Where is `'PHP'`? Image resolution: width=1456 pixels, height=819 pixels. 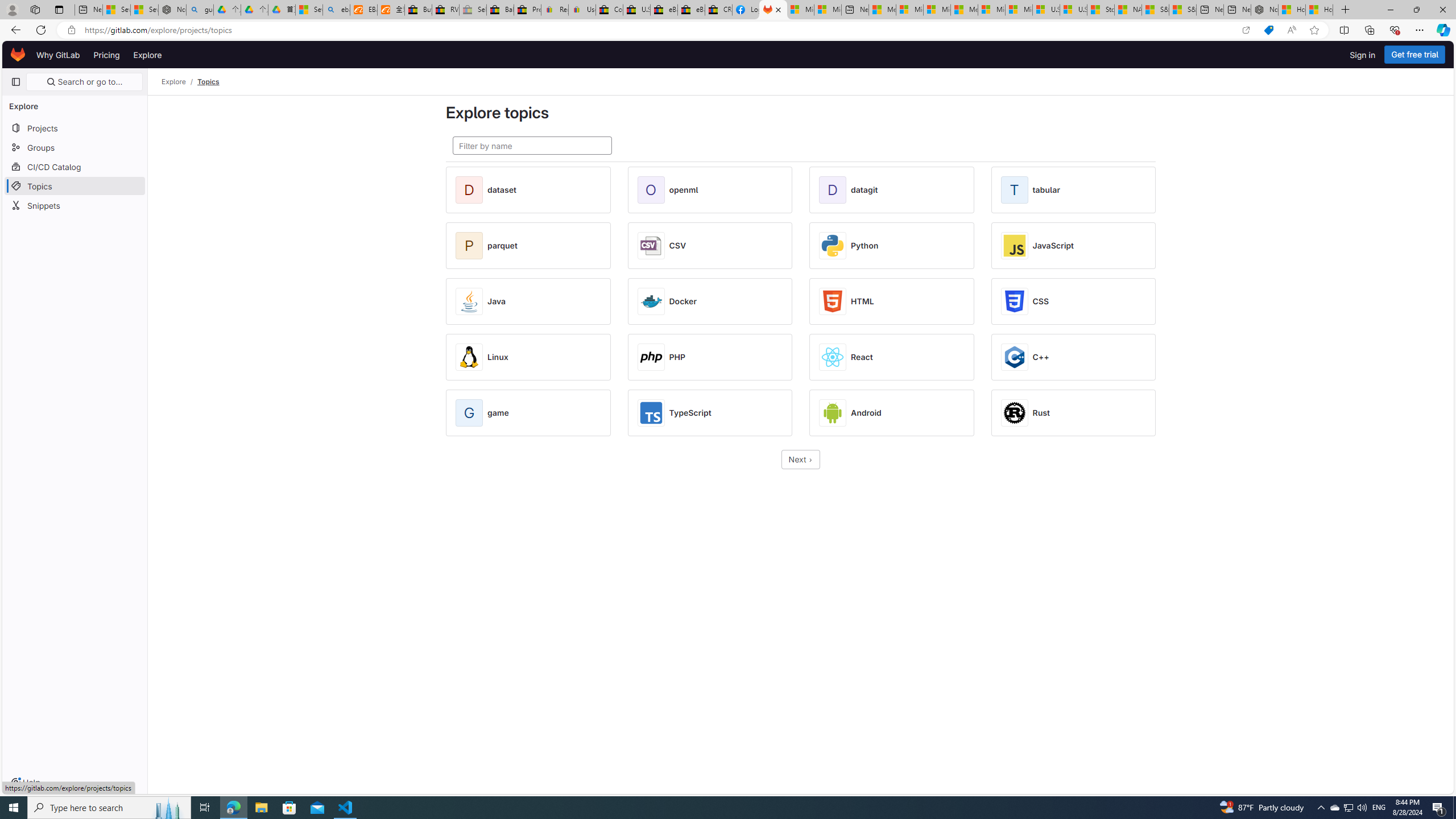 'PHP' is located at coordinates (677, 357).